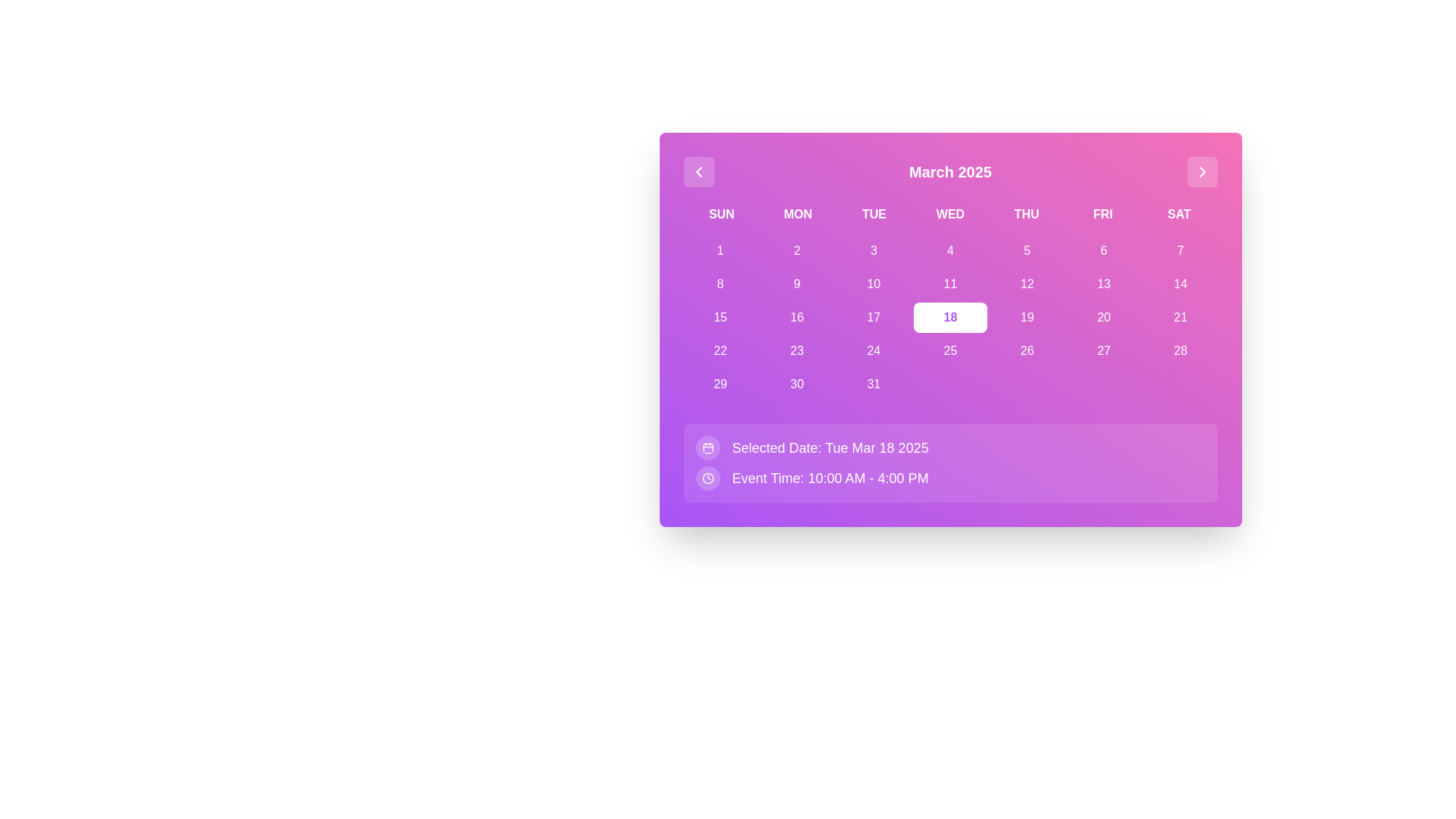  Describe the element at coordinates (1027, 317) in the screenshot. I see `the date selector button for the date '19' in the March 2025 calendar grid to observe interaction effects` at that location.